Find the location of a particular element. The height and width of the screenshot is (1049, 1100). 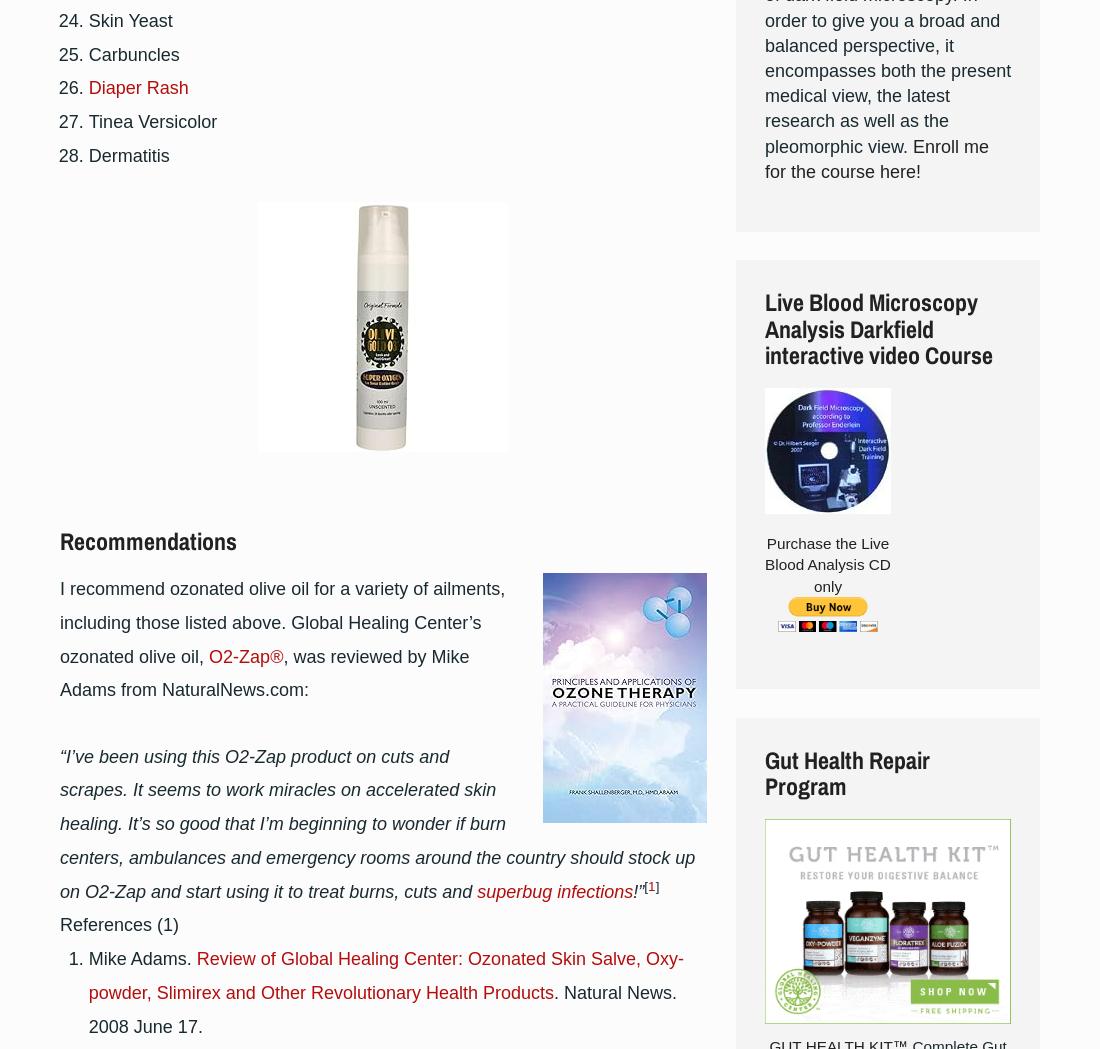

'Live Blood Microscopy Analysis Darkfield interactive video Course' is located at coordinates (878, 327).